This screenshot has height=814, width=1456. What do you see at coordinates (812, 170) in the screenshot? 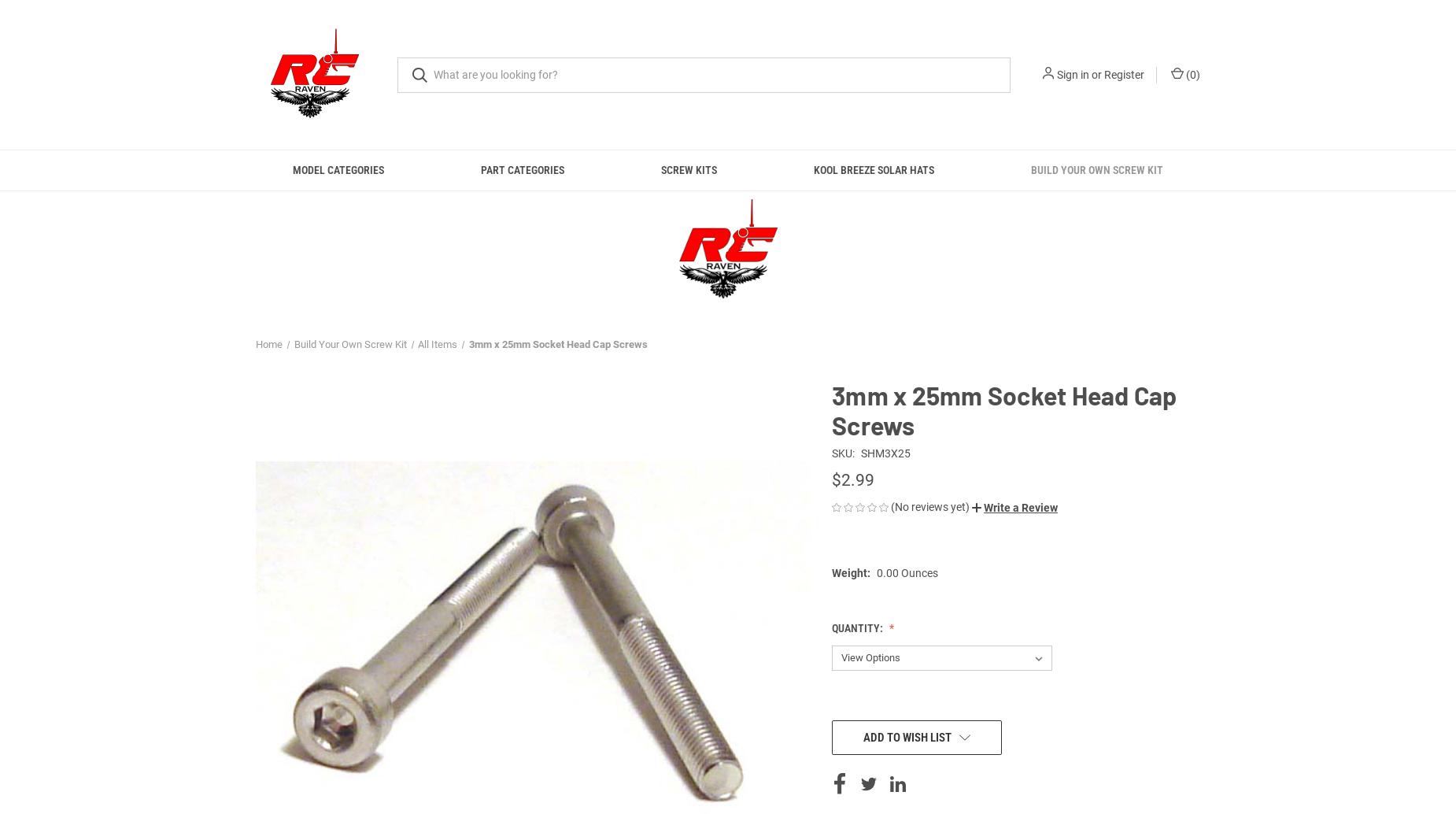
I see `'Kool Breeze Solar Hats'` at bounding box center [812, 170].